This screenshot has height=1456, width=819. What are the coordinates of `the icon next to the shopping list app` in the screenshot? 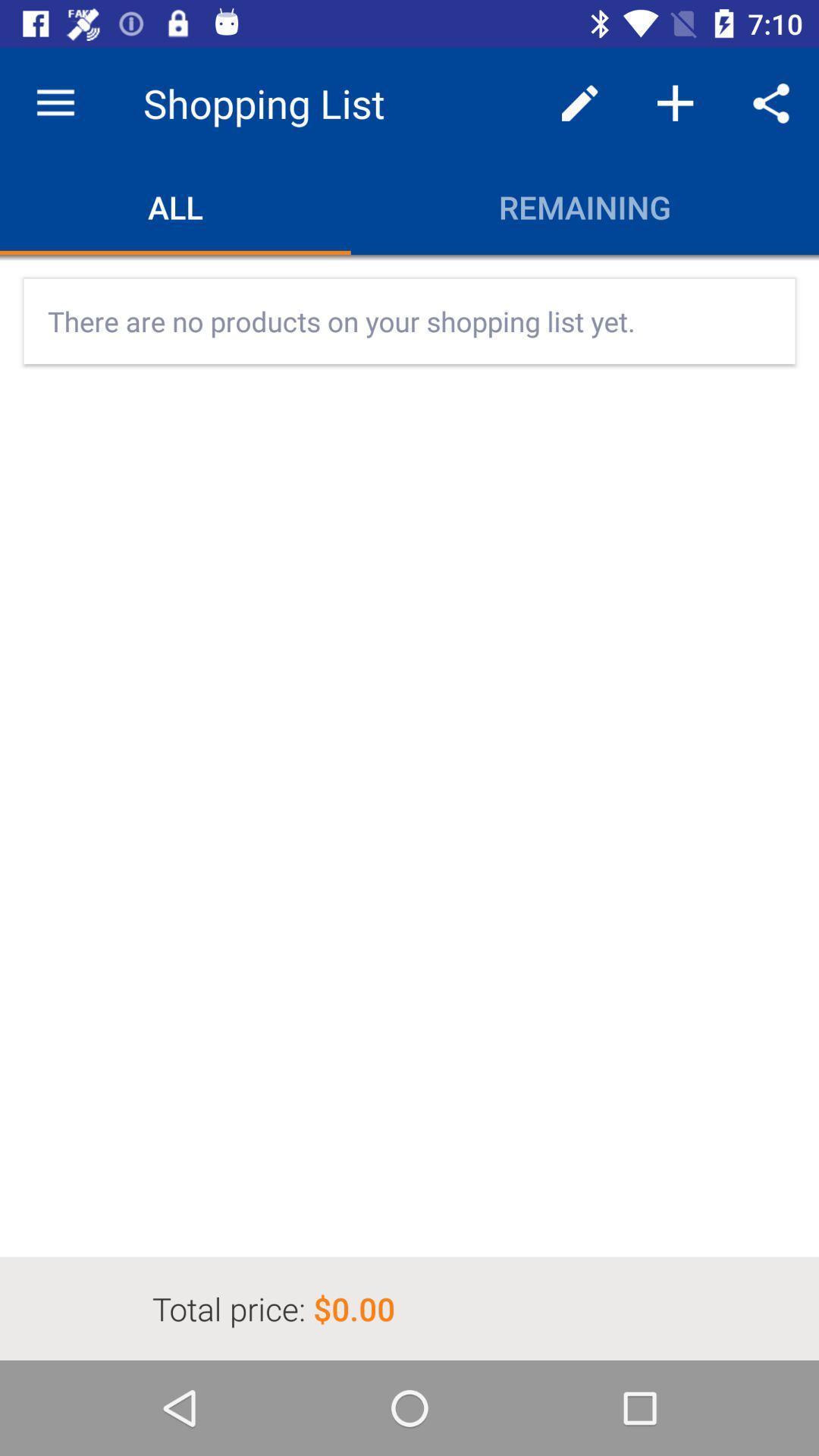 It's located at (55, 102).